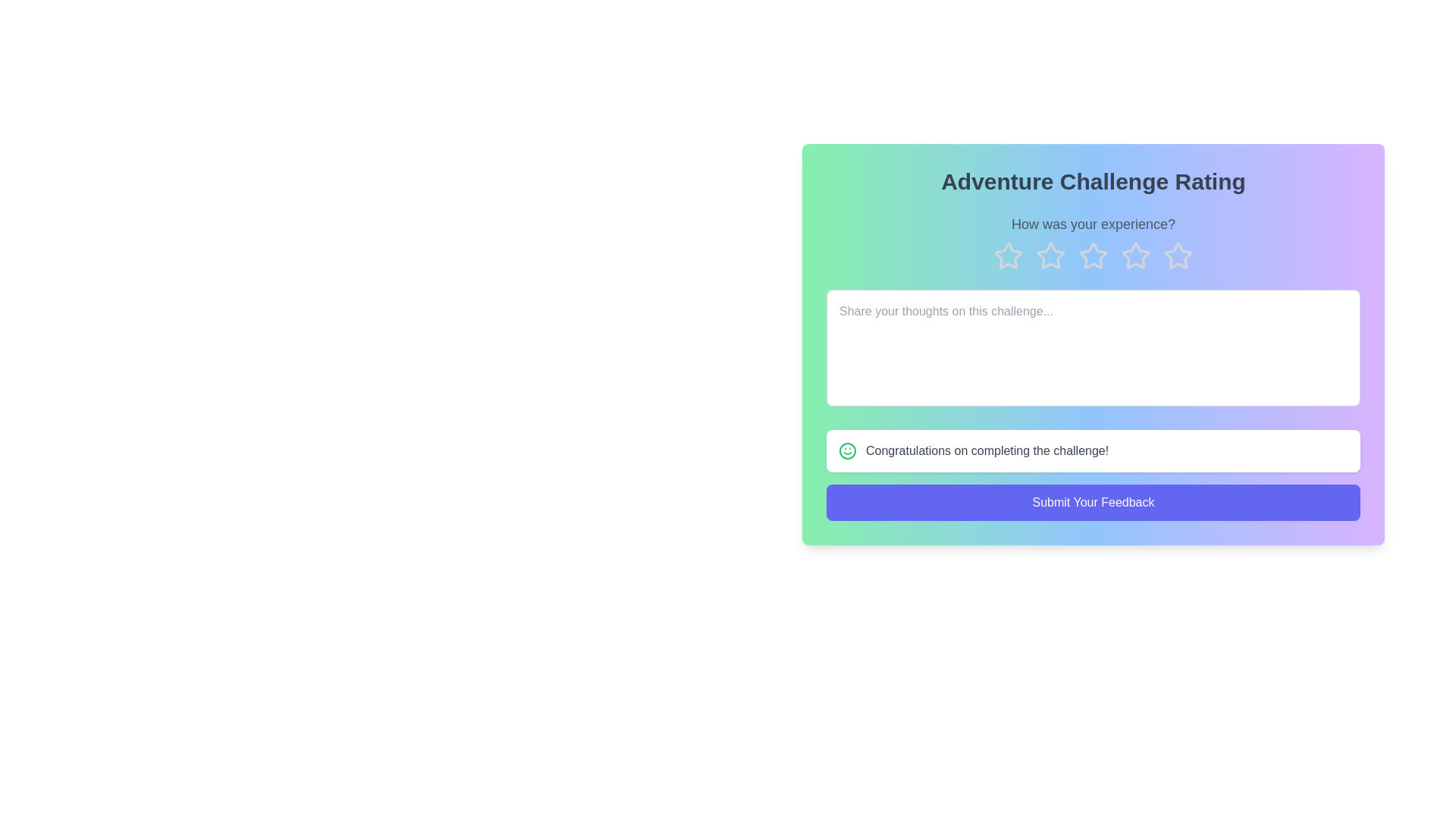 The width and height of the screenshot is (1456, 819). Describe the element at coordinates (1050, 256) in the screenshot. I see `the second star icon in the five-star rating system` at that location.